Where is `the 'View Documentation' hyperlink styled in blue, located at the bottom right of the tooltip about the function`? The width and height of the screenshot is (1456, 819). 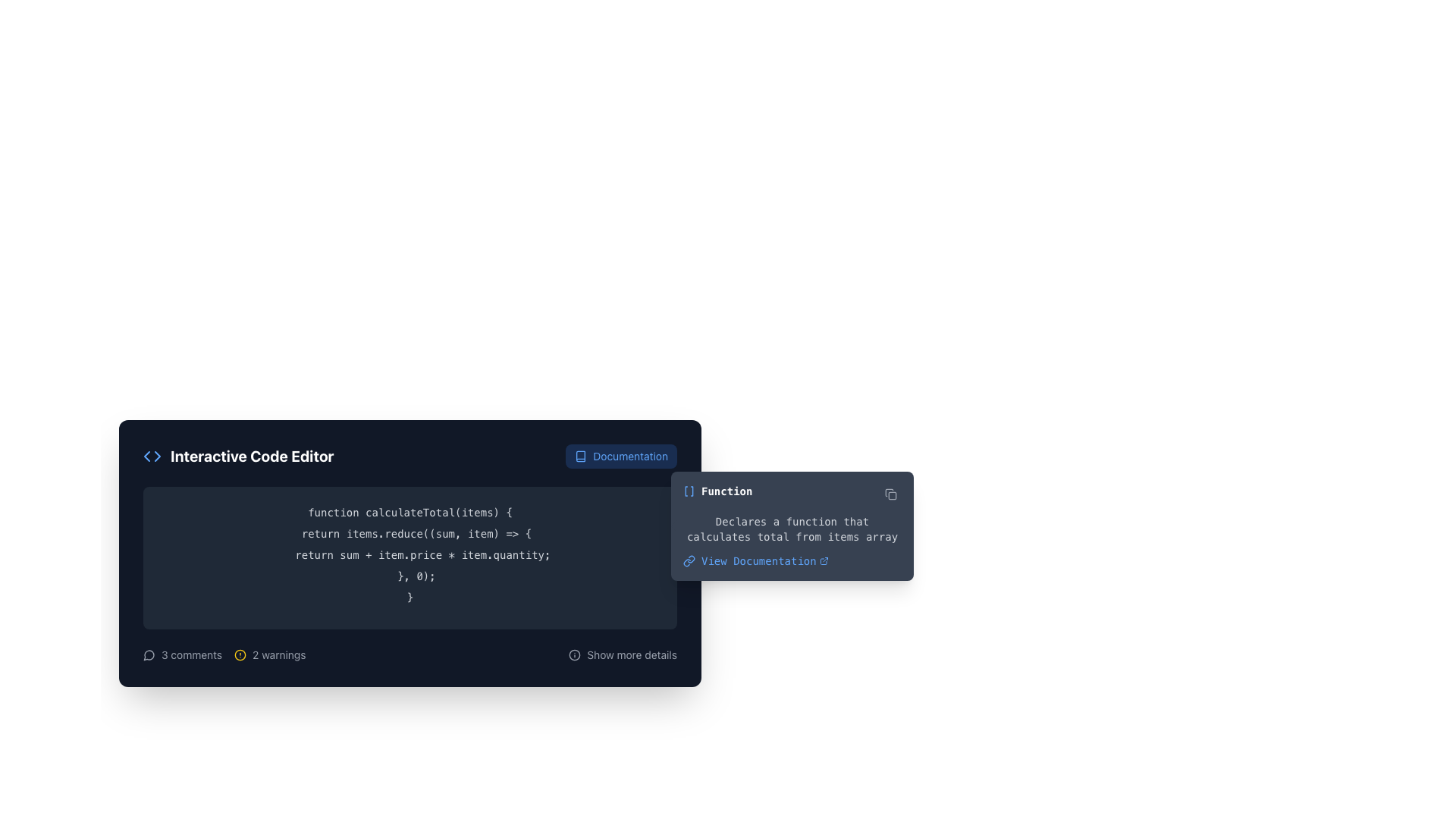 the 'View Documentation' hyperlink styled in blue, located at the bottom right of the tooltip about the function is located at coordinates (764, 561).